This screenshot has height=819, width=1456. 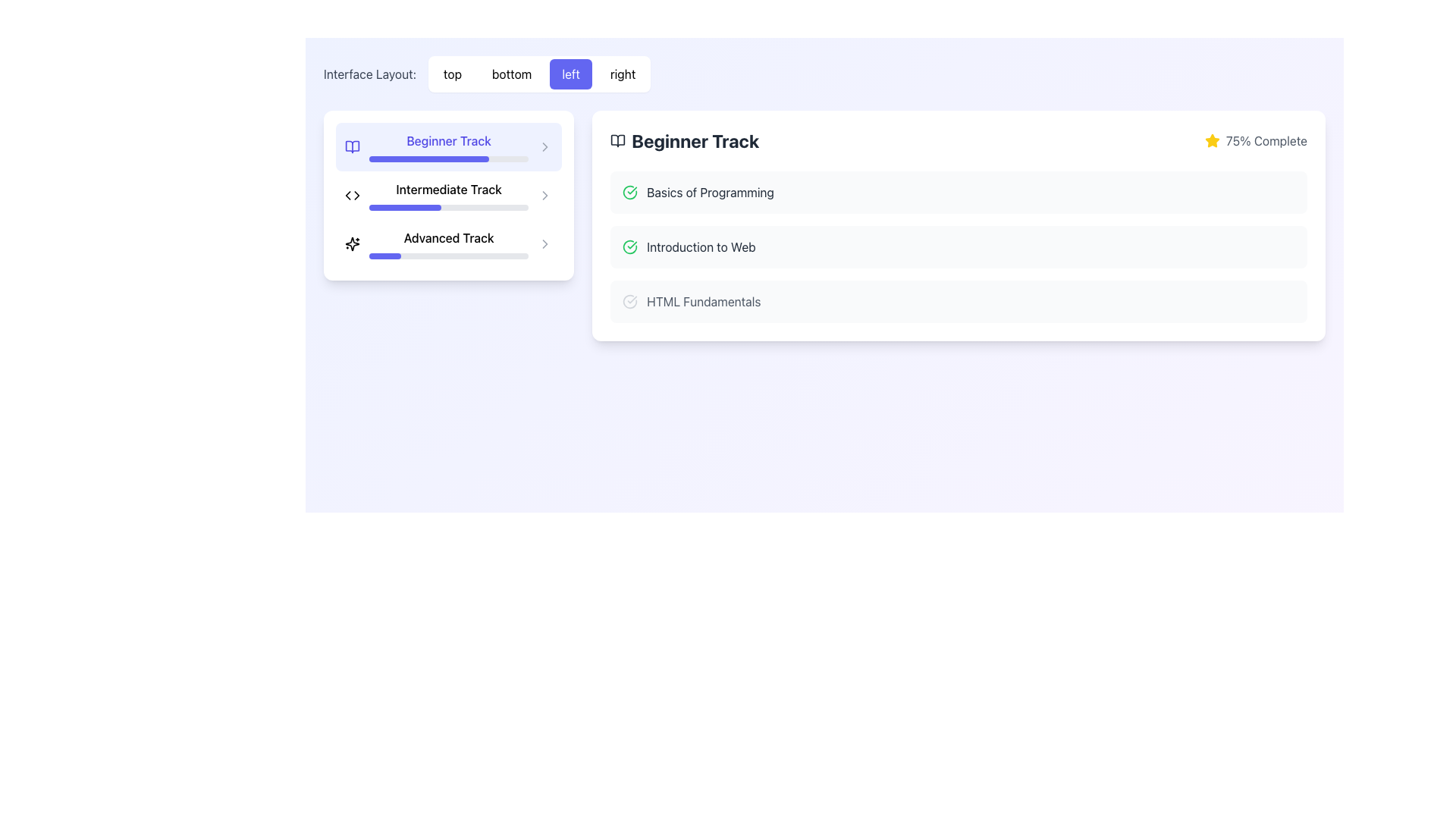 What do you see at coordinates (630, 192) in the screenshot?
I see `the green circular checkmark icon positioned to the left of the 'Basics of Programming' text in the horizontal alignment structure` at bounding box center [630, 192].